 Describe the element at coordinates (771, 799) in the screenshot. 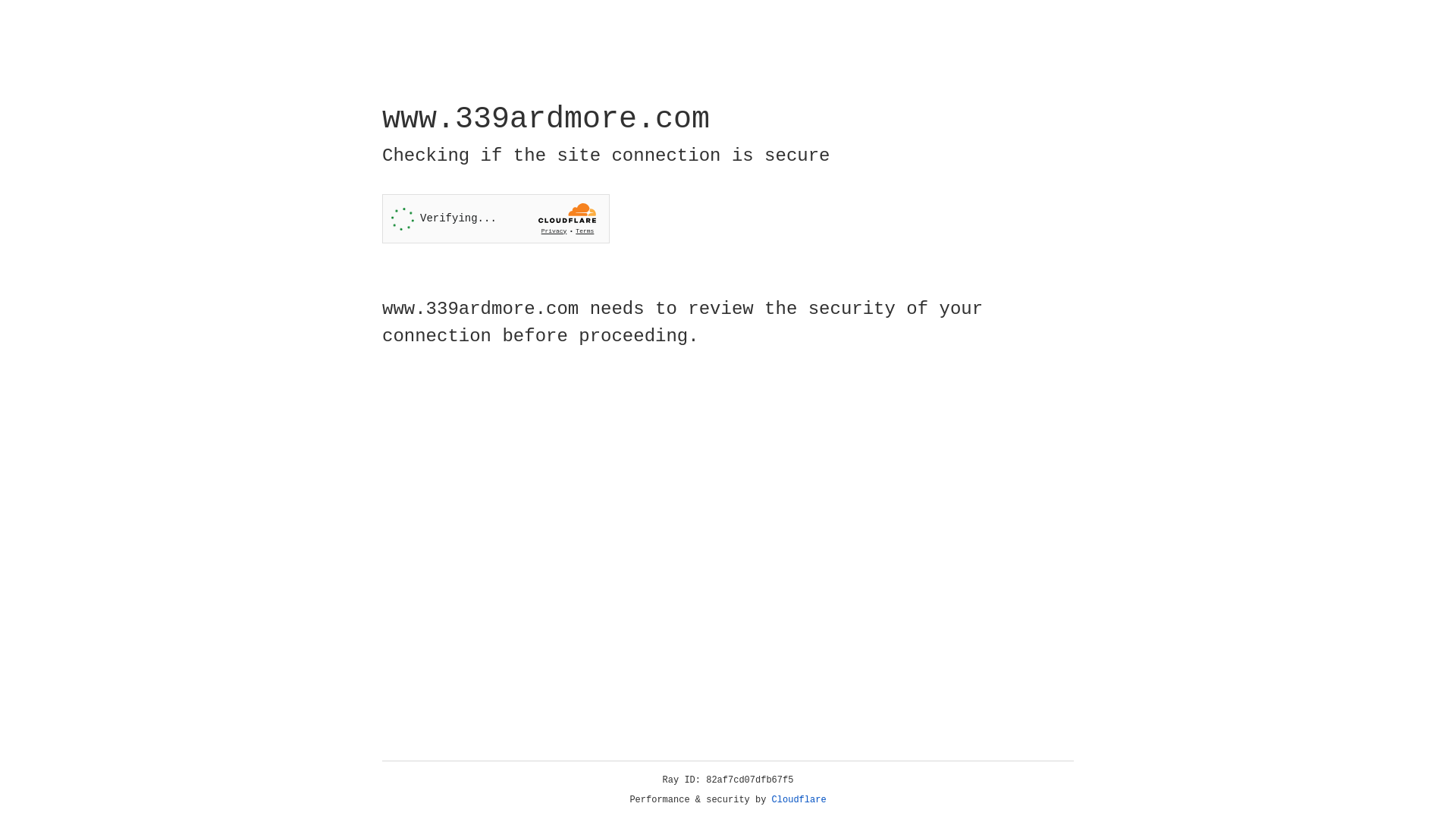

I see `'Cloudflare'` at that location.